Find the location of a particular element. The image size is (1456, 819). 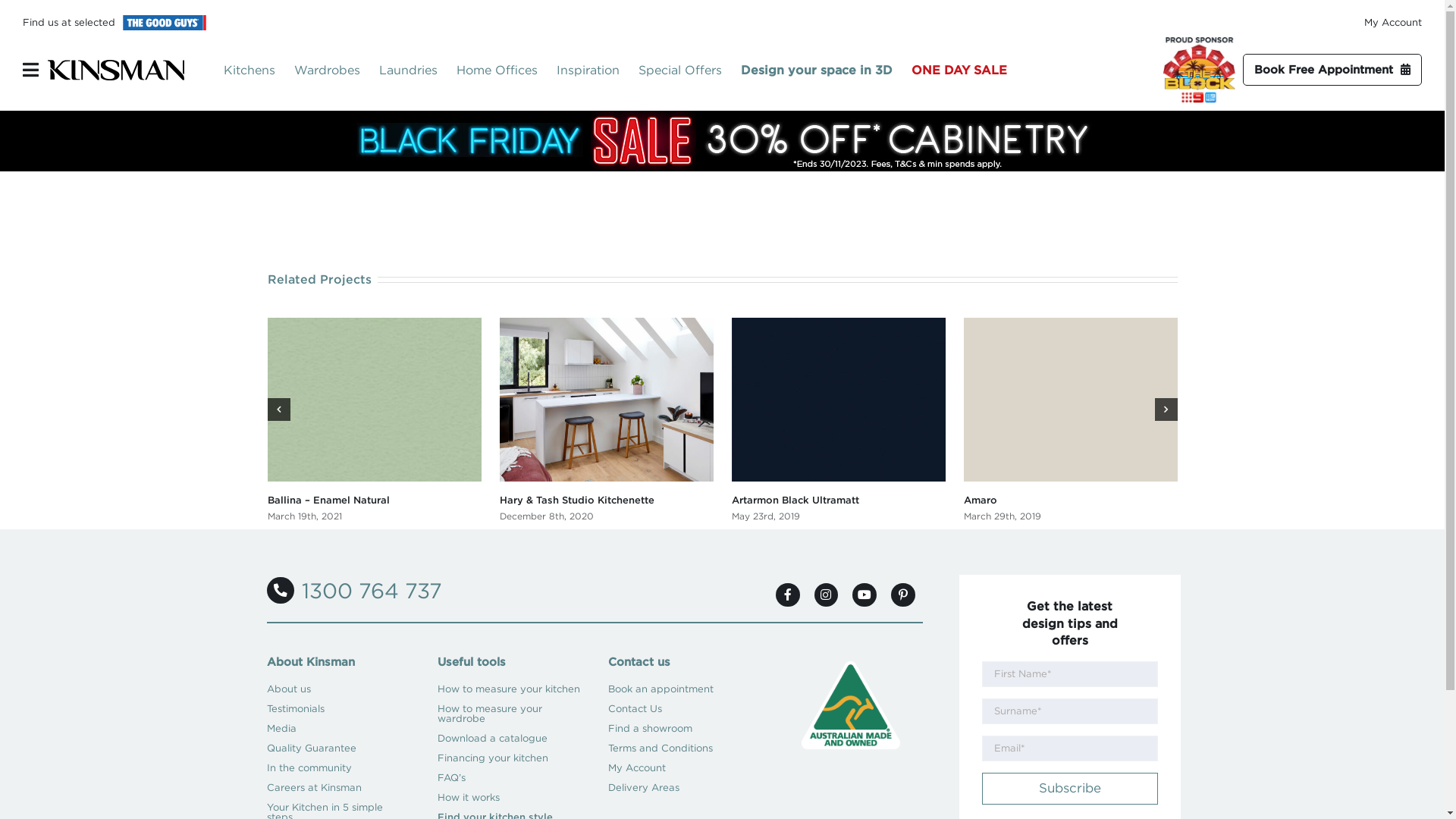

'Download a catalogue' is located at coordinates (509, 738).